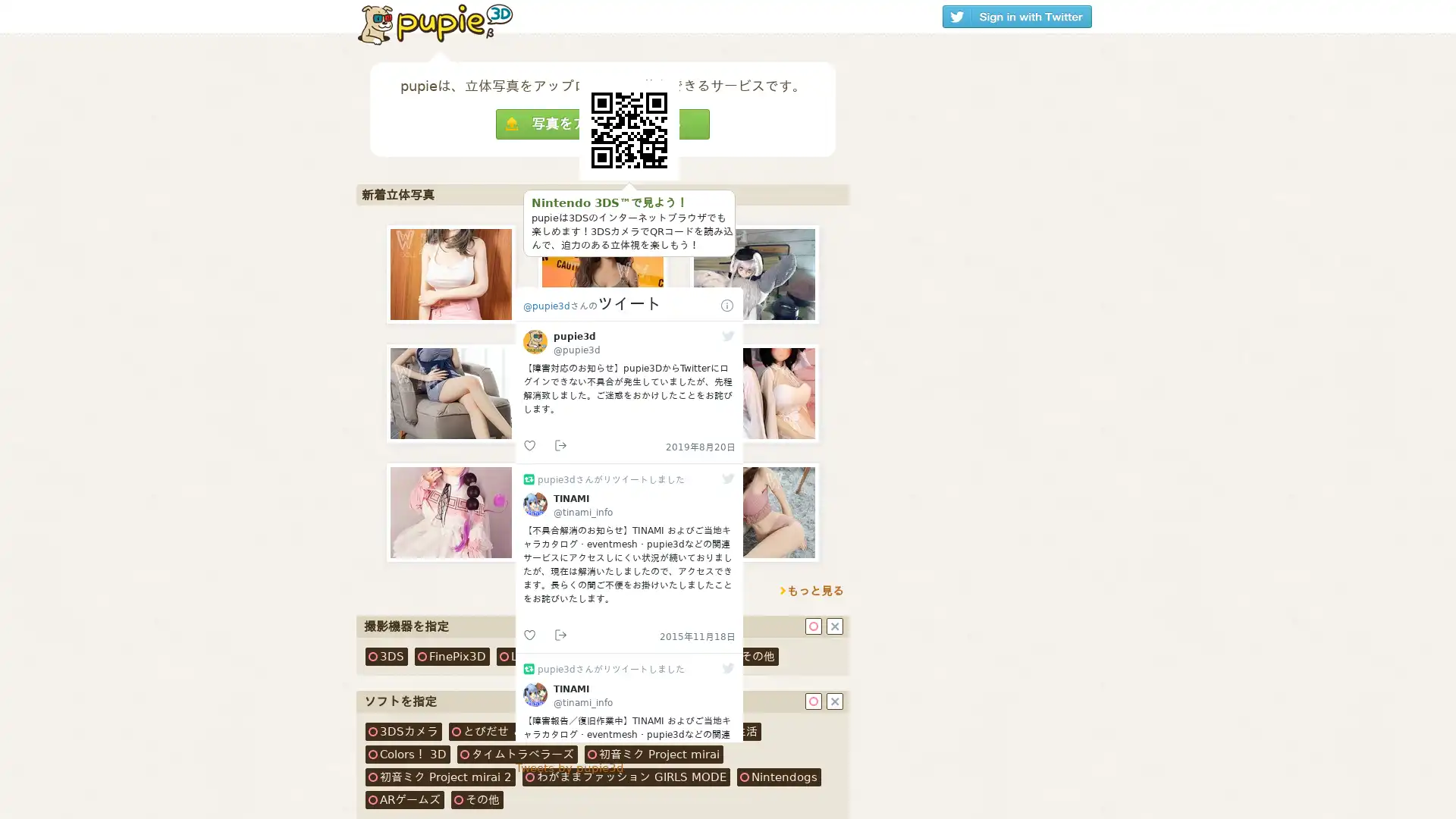  What do you see at coordinates (439, 777) in the screenshot?
I see `Project mirai 2` at bounding box center [439, 777].